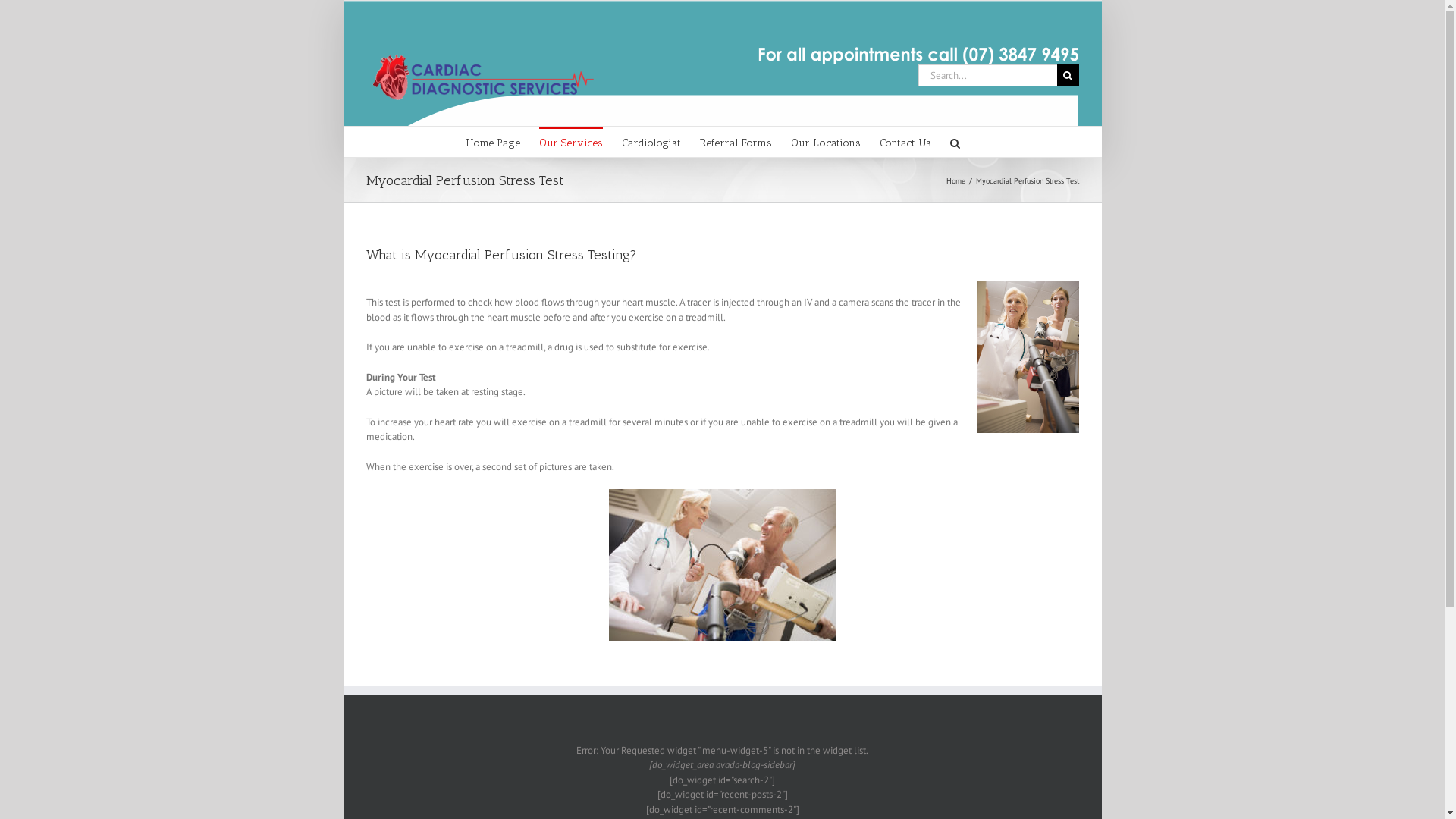  I want to click on 'Home', so click(955, 180).